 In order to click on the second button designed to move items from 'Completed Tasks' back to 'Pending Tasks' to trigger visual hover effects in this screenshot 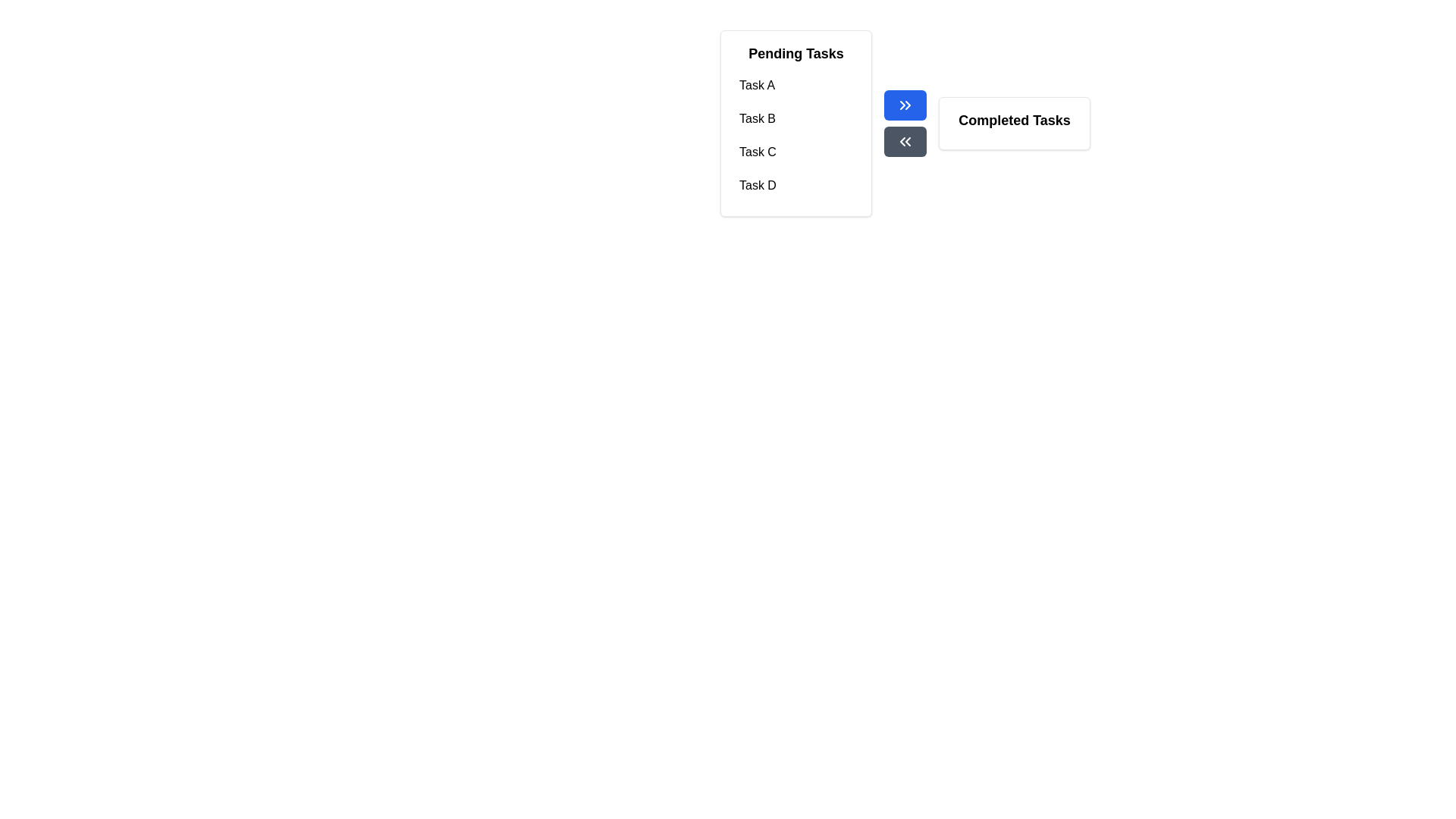, I will do `click(905, 141)`.